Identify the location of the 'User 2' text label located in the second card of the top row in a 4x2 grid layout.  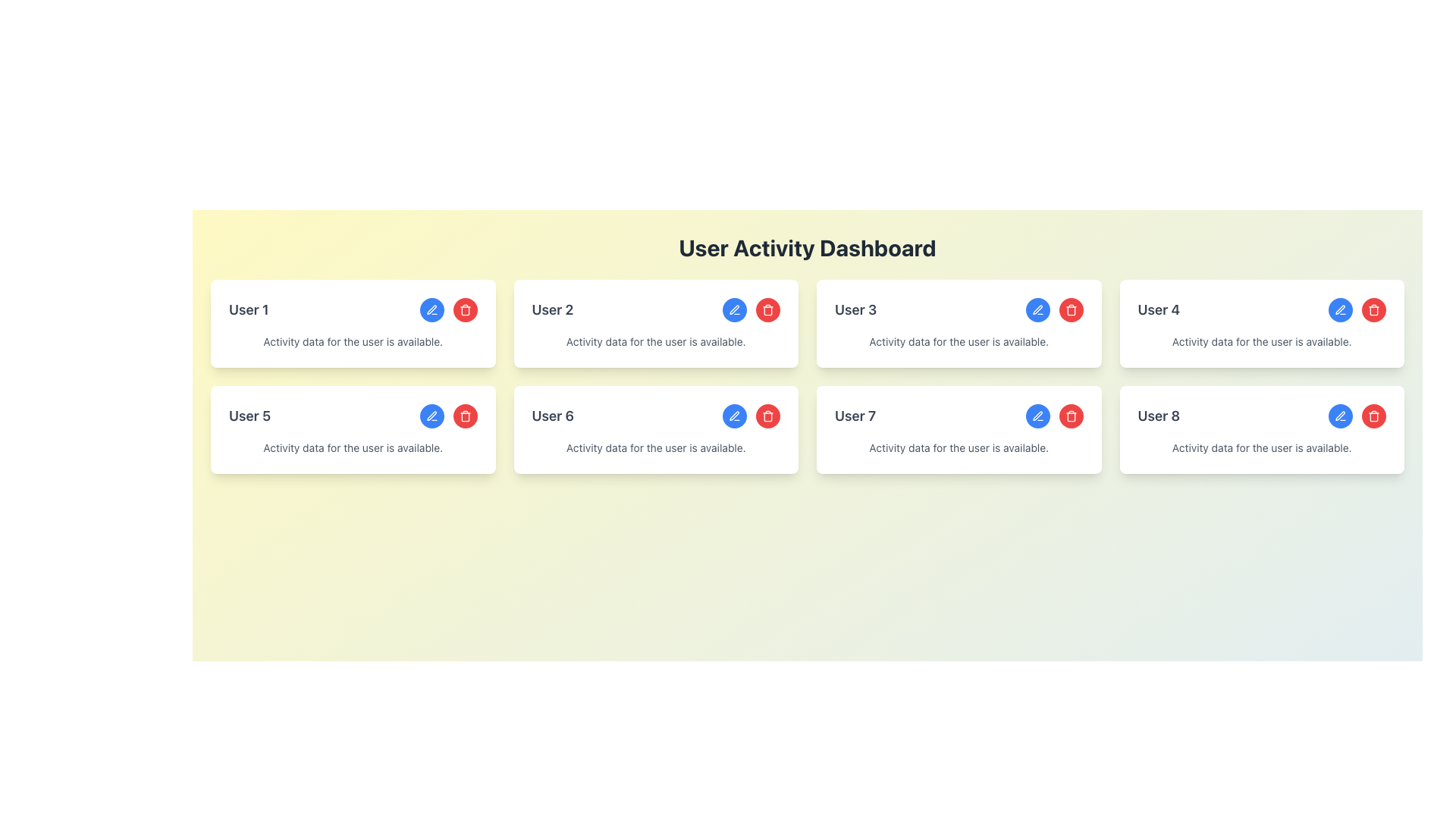
(552, 309).